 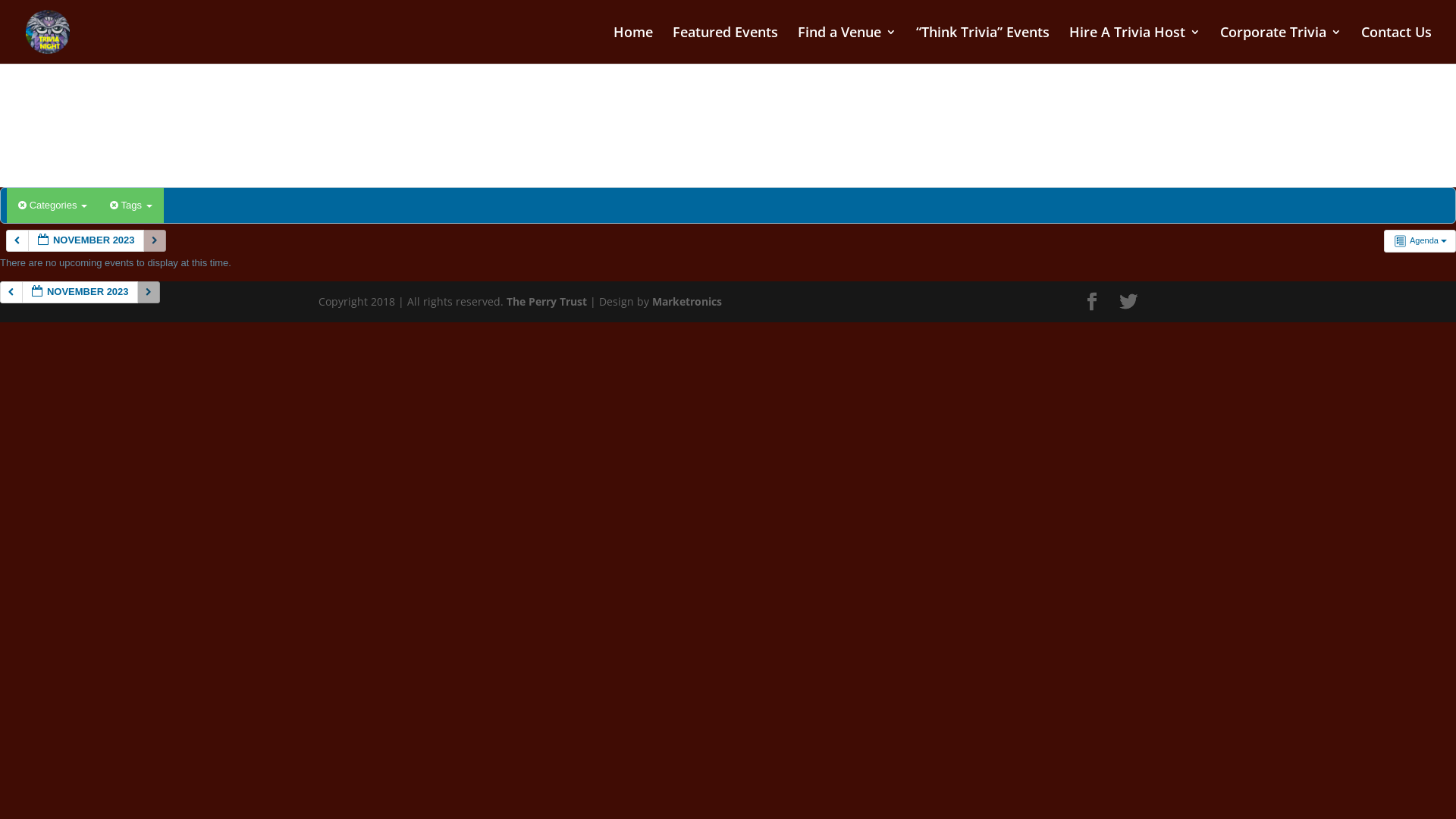 I want to click on 'Home', so click(x=633, y=44).